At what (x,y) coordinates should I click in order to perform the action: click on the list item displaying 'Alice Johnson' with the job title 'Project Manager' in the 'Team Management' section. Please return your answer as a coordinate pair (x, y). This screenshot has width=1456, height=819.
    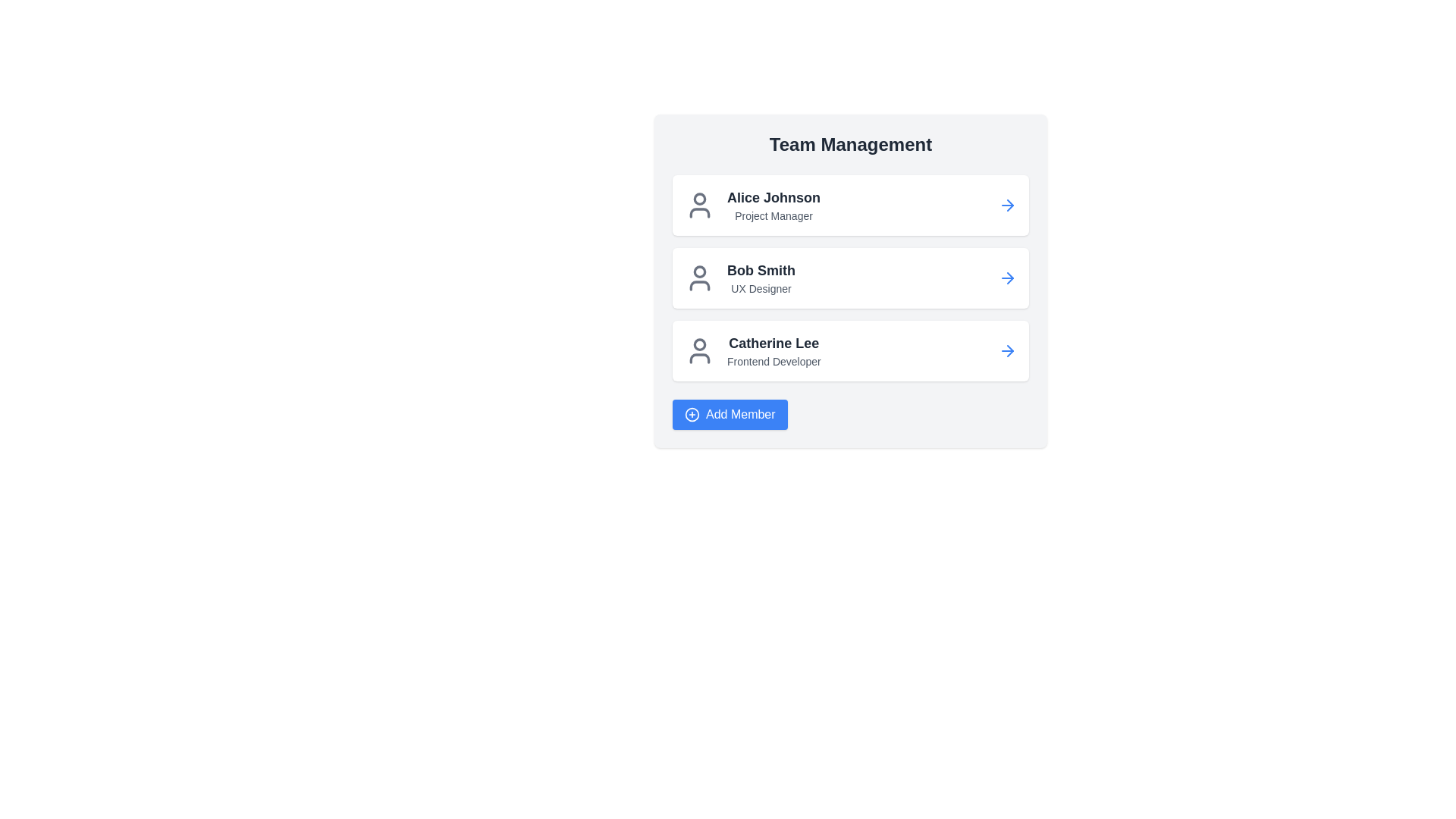
    Looking at the image, I should click on (773, 205).